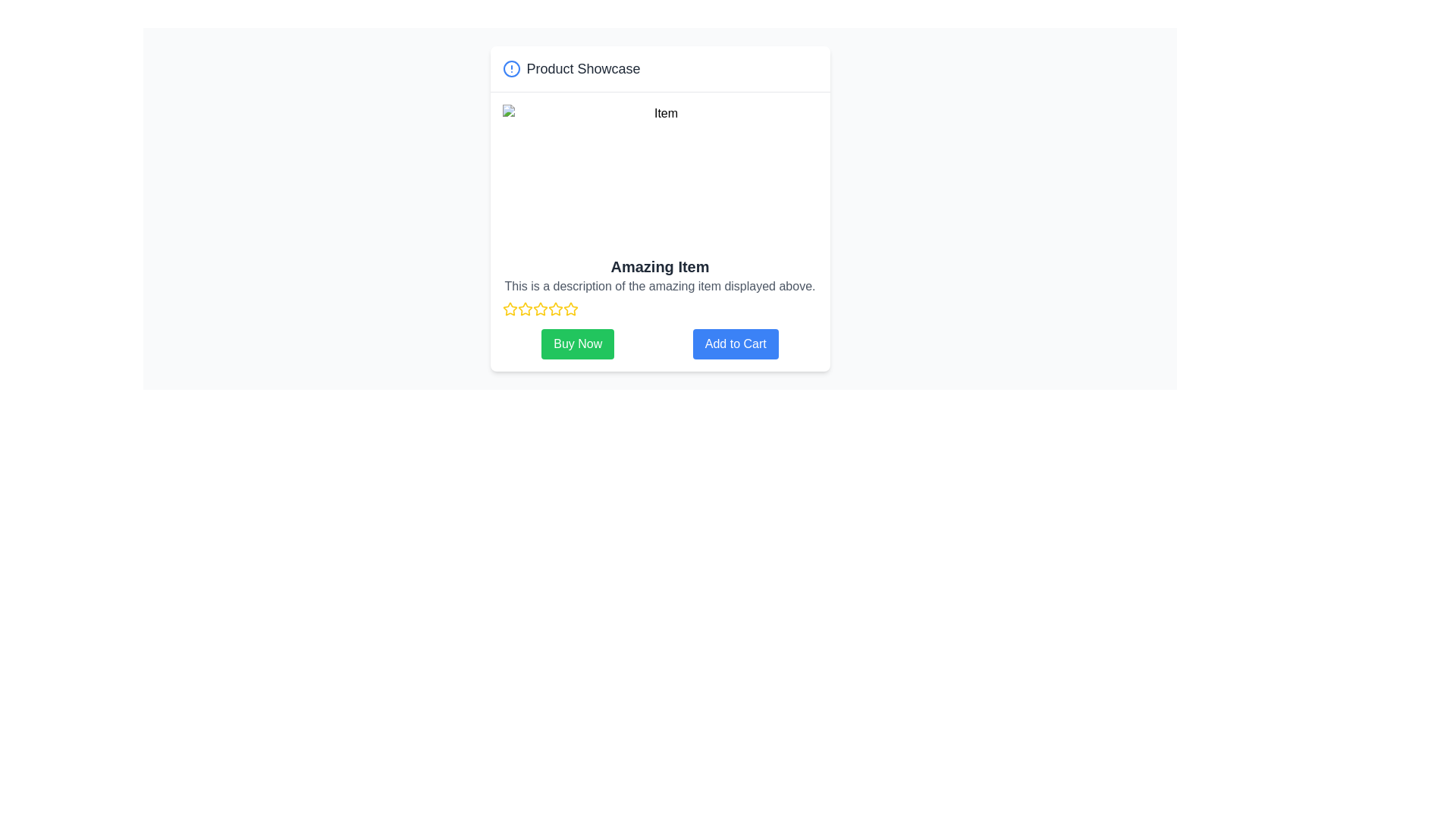  I want to click on the fourth star-shaped icon in the rating bar, which is highlighted in yellow and located beneath the 'Amazing Item' description, so click(540, 309).